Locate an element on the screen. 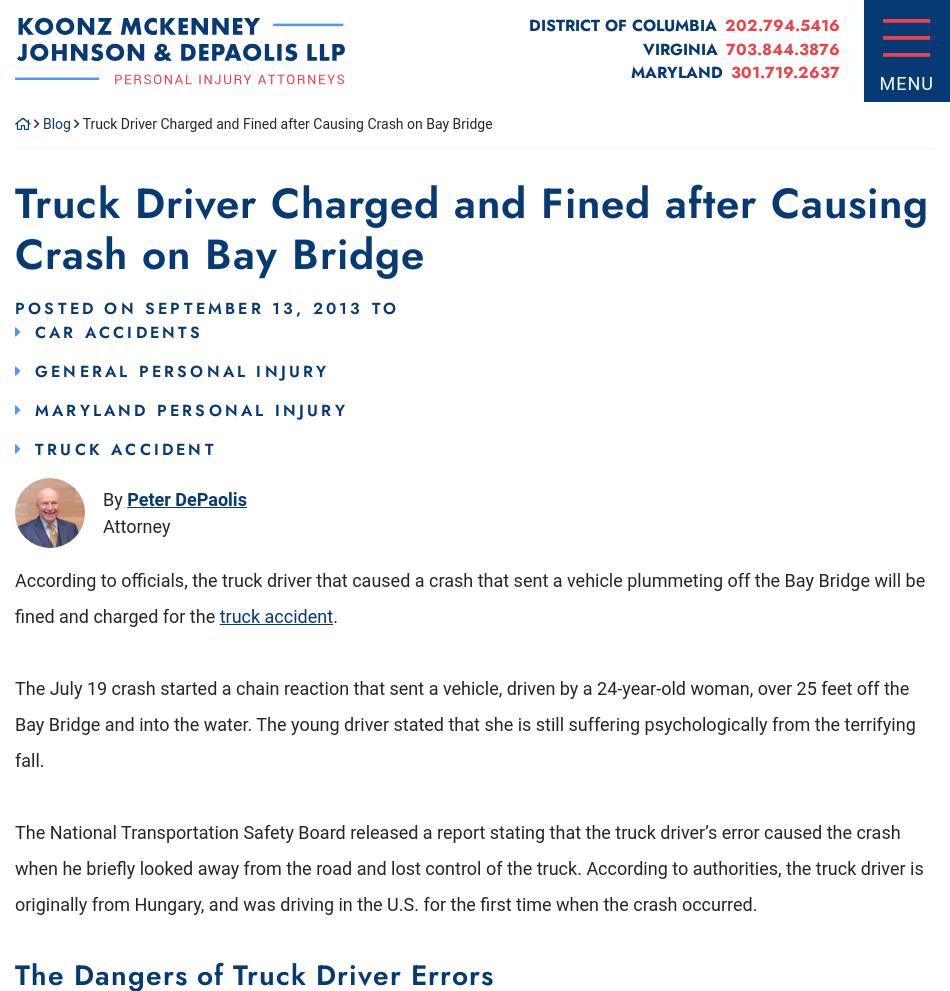 This screenshot has height=991, width=950. 'Traumatic Brain Injury' is located at coordinates (199, 204).